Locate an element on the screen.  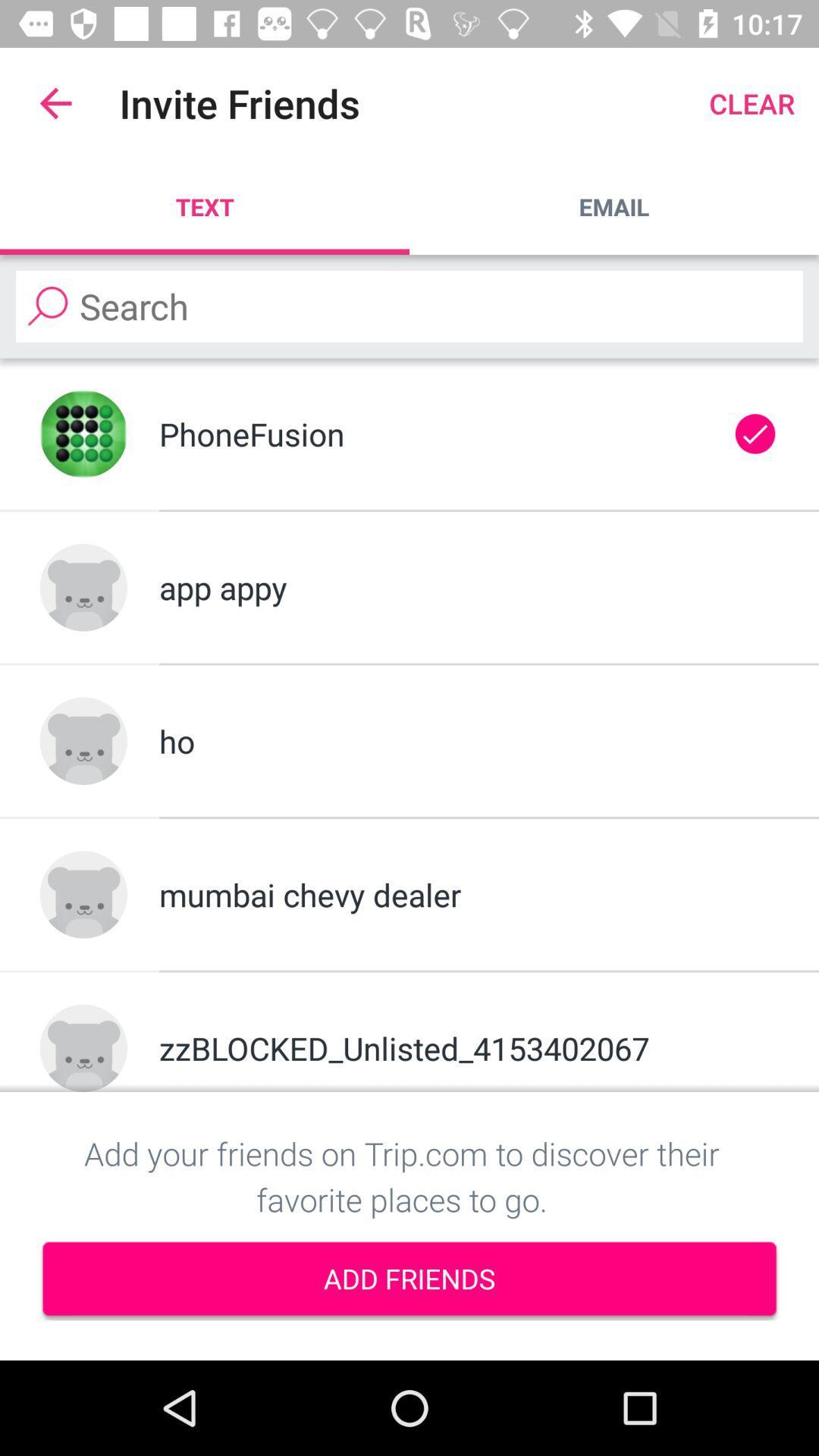
the item to the right of the text item is located at coordinates (614, 206).